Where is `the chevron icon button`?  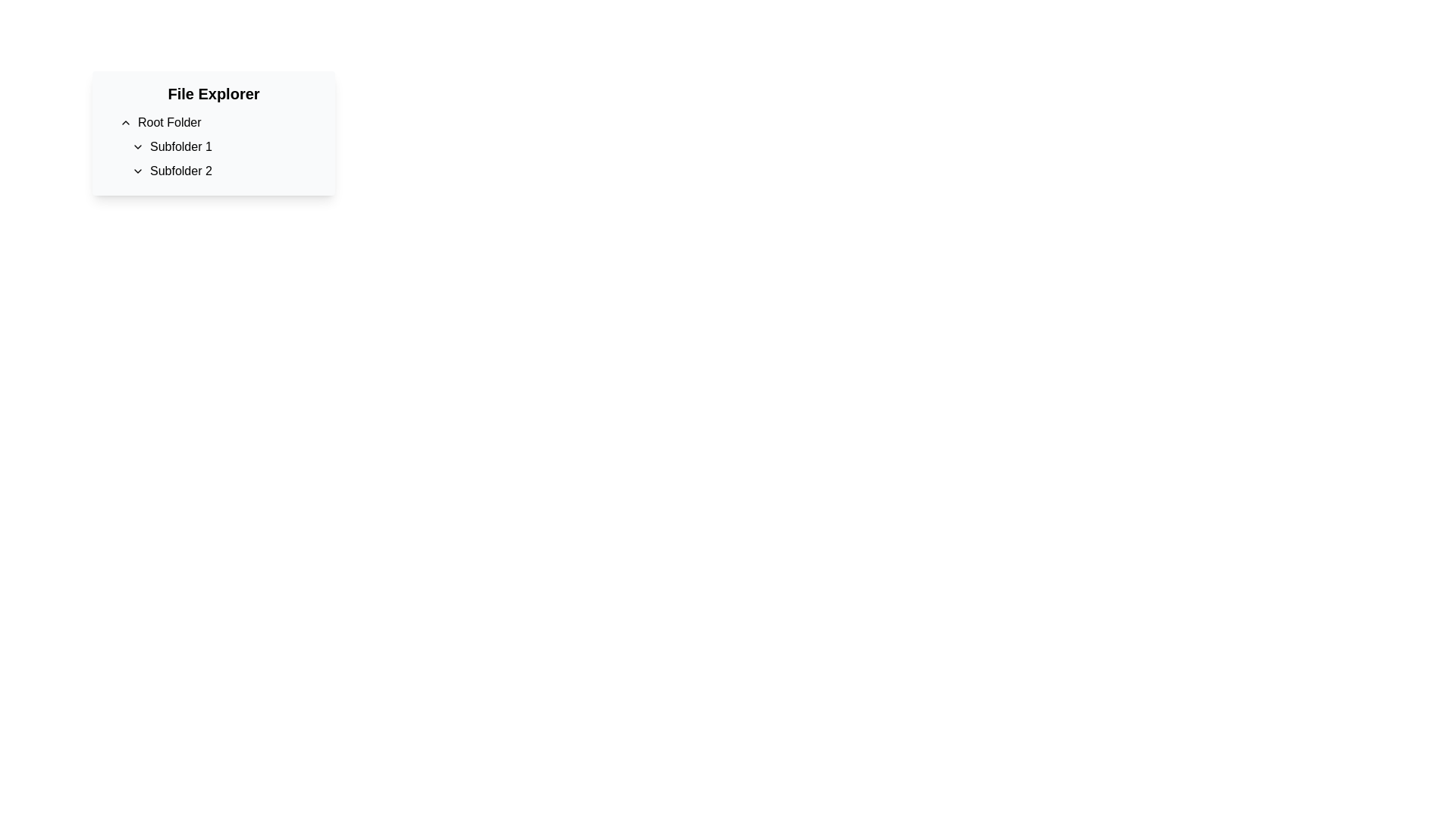 the chevron icon button is located at coordinates (126, 122).